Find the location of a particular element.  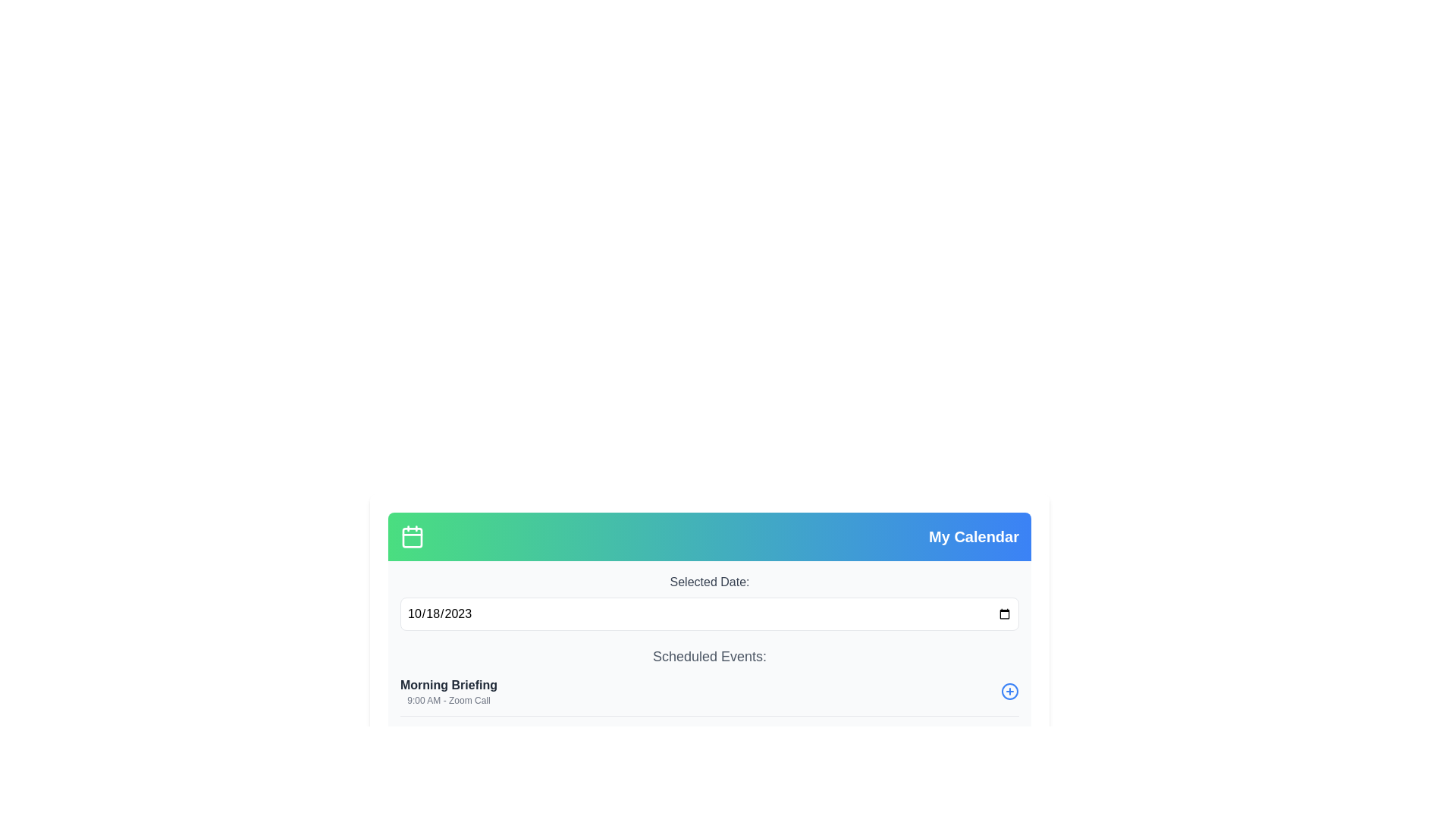

the text label for the scheduled event located under the 'Scheduled Events' label, positioned above '9:00 AM - Zoom Call' is located at coordinates (447, 685).